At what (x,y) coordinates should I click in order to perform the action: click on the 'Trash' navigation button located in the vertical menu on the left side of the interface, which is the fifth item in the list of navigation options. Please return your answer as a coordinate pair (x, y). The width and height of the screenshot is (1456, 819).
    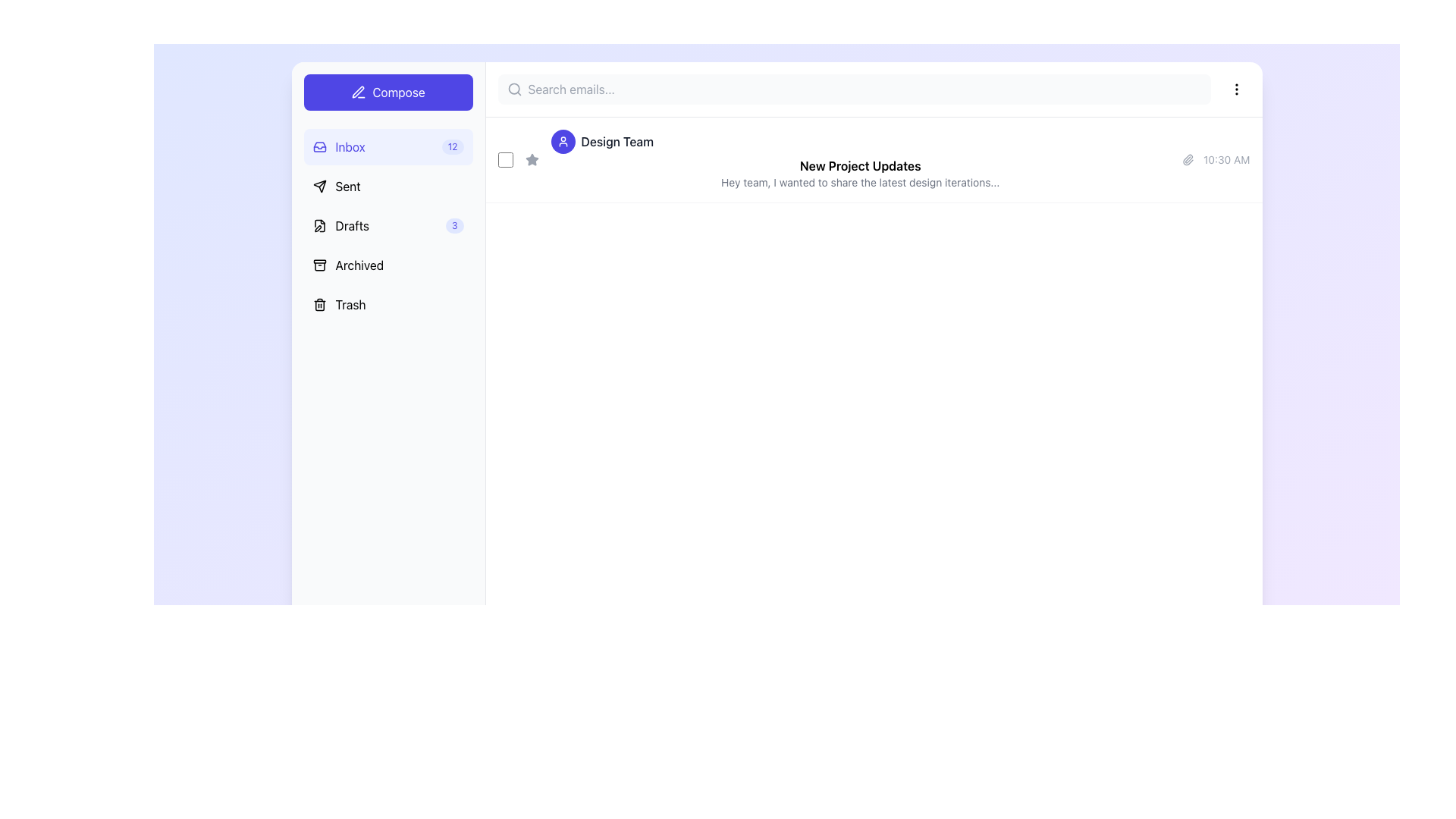
    Looking at the image, I should click on (388, 304).